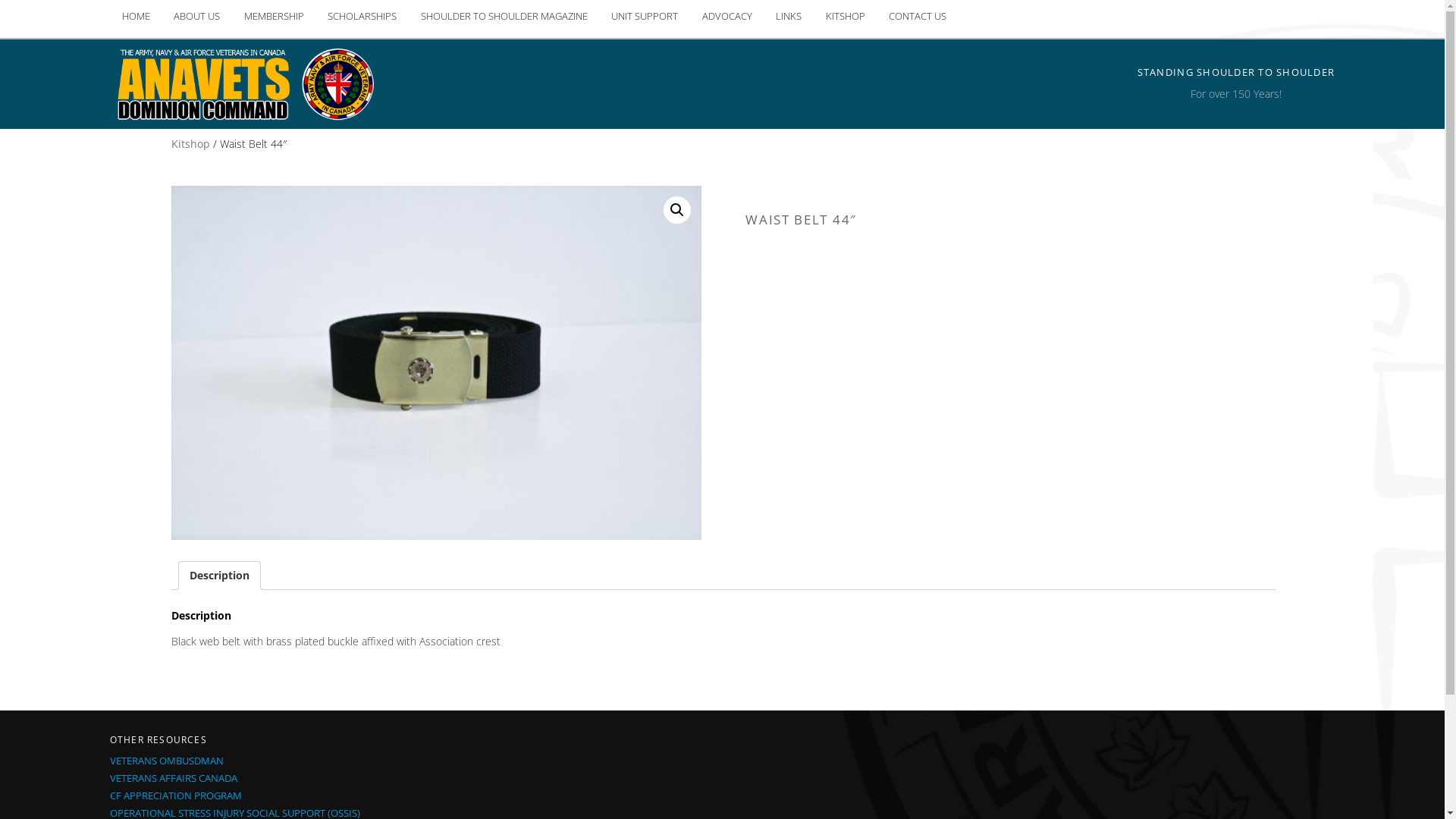 Image resolution: width=1456 pixels, height=819 pixels. What do you see at coordinates (196, 16) in the screenshot?
I see `'ABOUT US'` at bounding box center [196, 16].